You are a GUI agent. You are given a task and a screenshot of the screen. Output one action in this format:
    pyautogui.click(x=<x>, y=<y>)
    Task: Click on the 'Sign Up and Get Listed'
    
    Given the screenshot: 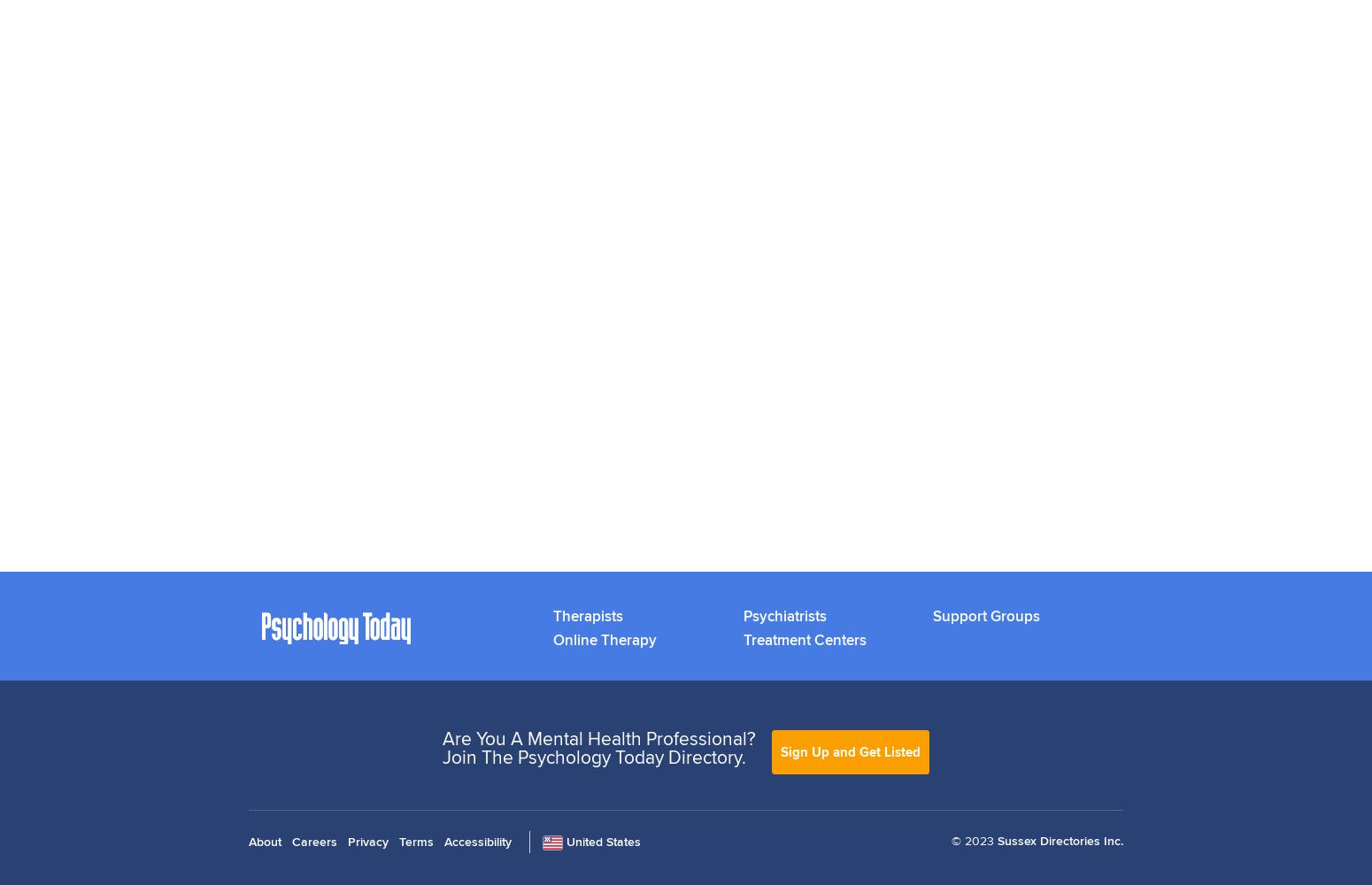 What is the action you would take?
    pyautogui.click(x=850, y=750)
    